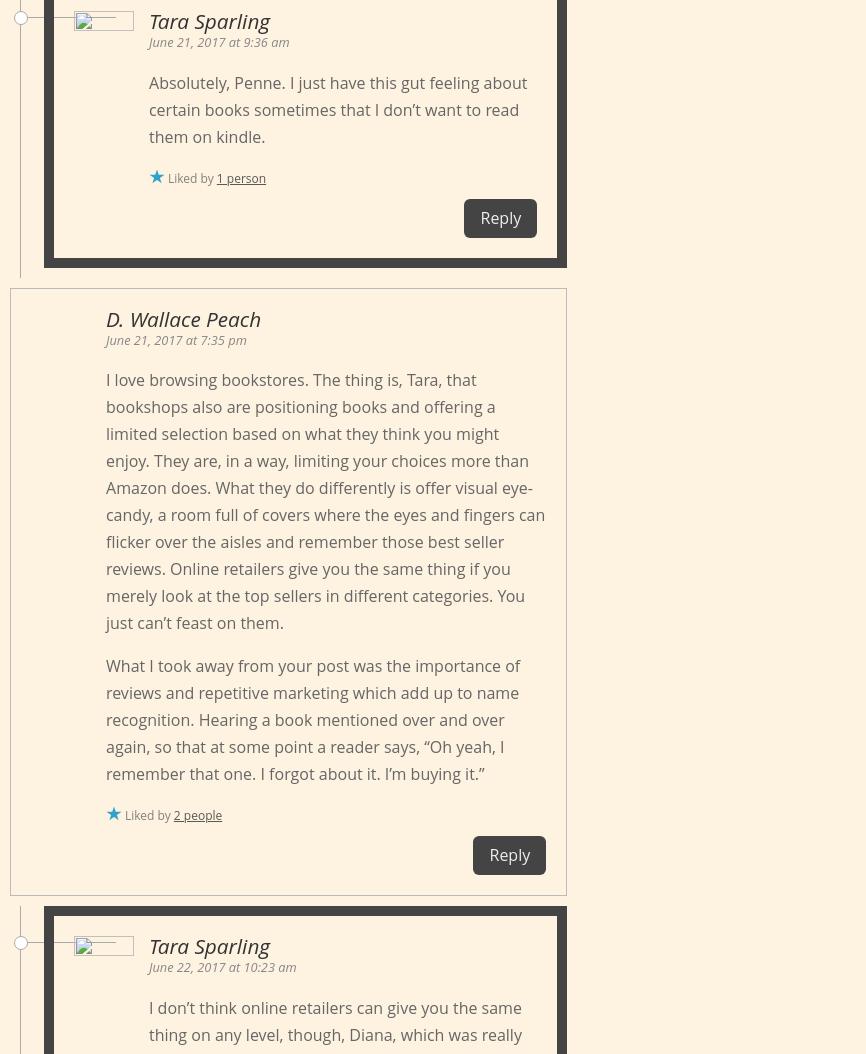 Image resolution: width=866 pixels, height=1054 pixels. Describe the element at coordinates (324, 500) in the screenshot. I see `'I love browsing bookstores. The thing is, Tara, that bookshops also are positioning books and offering a limited selection based on what they think you might enjoy. They are, in a way, limiting your choices more than Amazon does. What they do differently is offer visual eye-candy, a room full of covers where the eyes and fingers can flicker over the aisles and remember those best seller reviews. Online retailers give you the same thing if you merely look at the top sellers in different categories. You just can’t feast on them.'` at that location.